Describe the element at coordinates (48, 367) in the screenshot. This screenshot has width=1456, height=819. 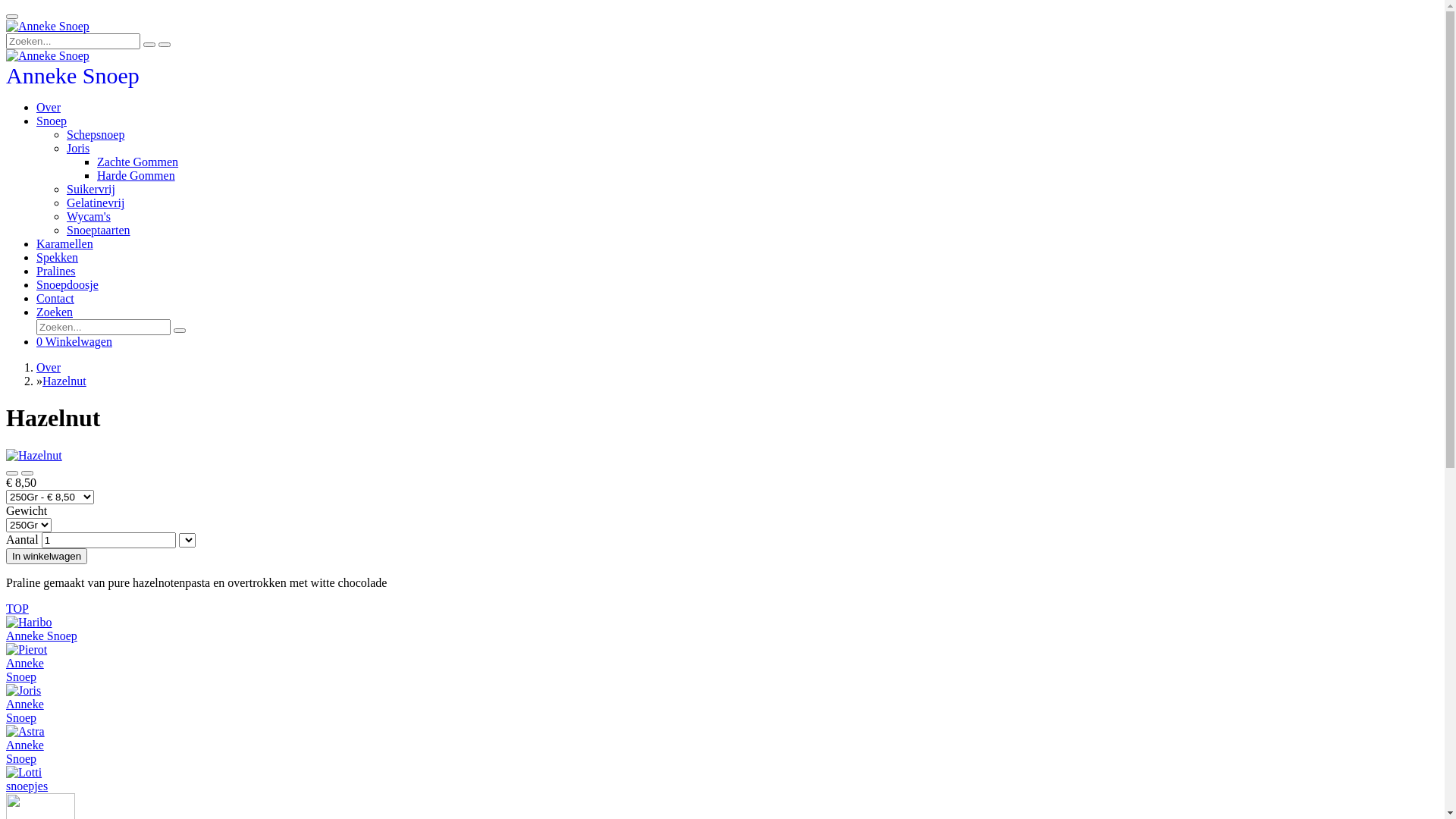
I see `'Over'` at that location.